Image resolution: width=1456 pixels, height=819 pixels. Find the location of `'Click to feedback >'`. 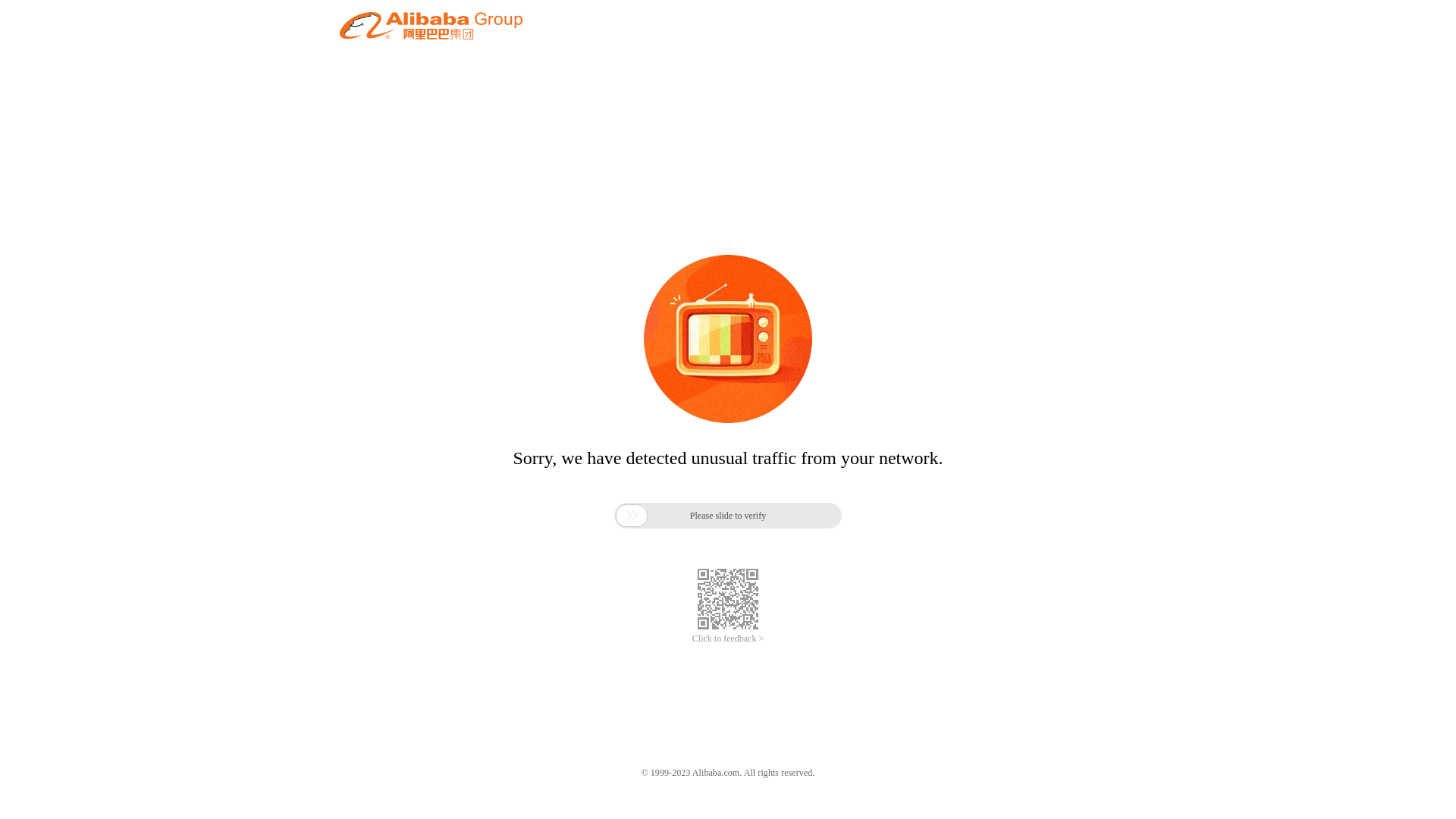

'Click to feedback >' is located at coordinates (728, 639).